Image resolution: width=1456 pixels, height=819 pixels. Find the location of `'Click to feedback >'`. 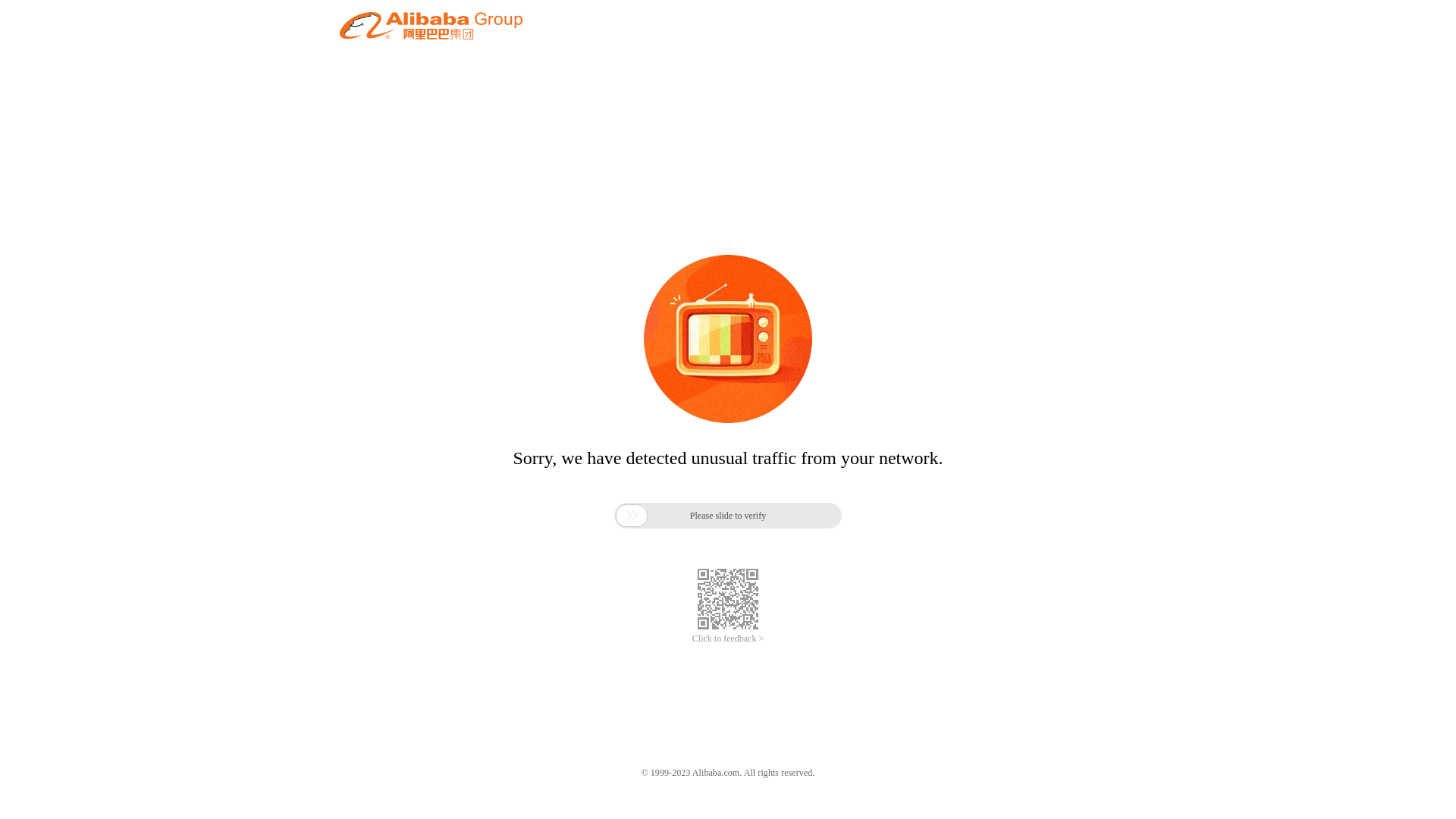

'Click to feedback >' is located at coordinates (728, 639).